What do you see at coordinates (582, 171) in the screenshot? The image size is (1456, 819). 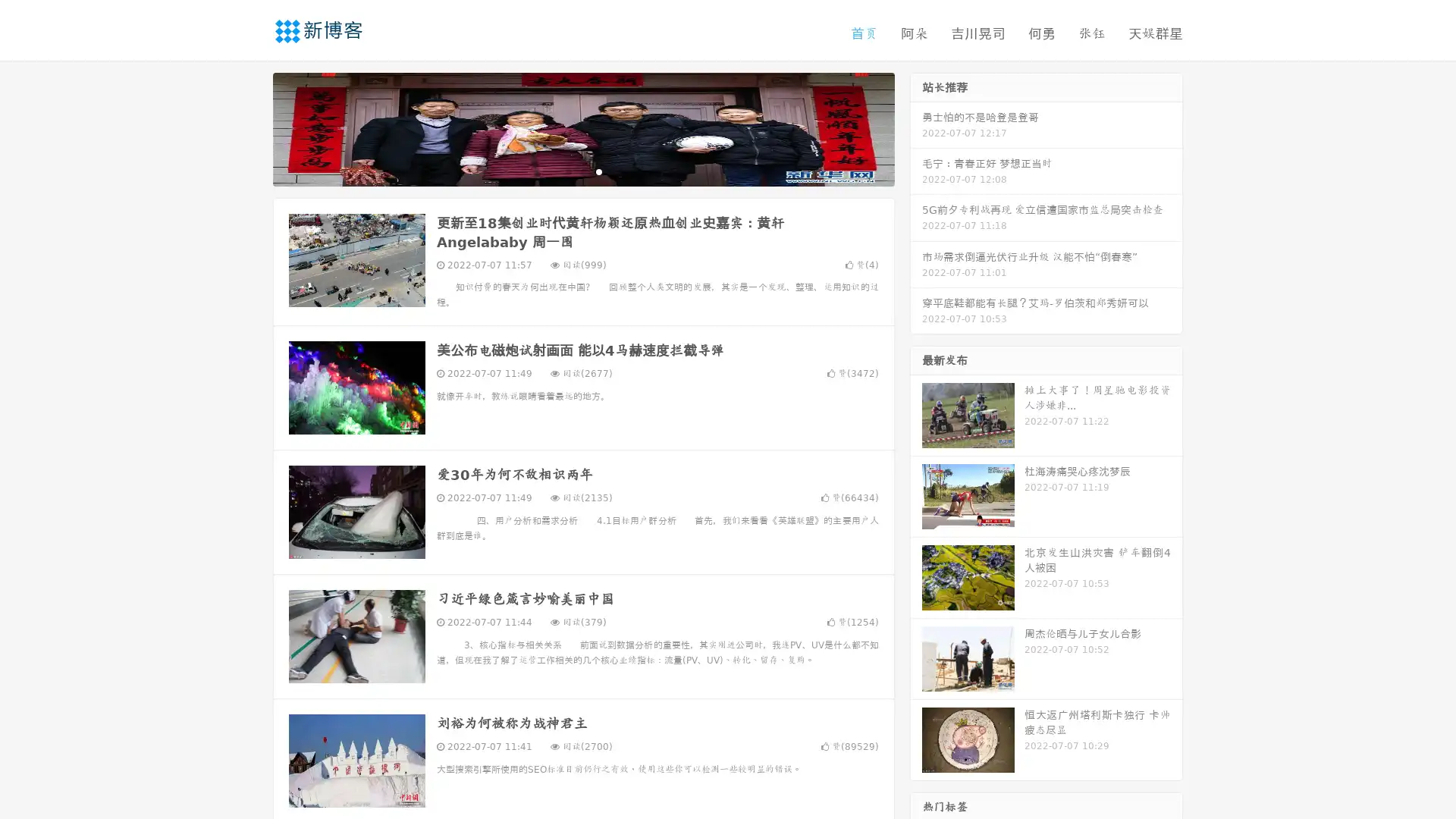 I see `Go to slide 2` at bounding box center [582, 171].